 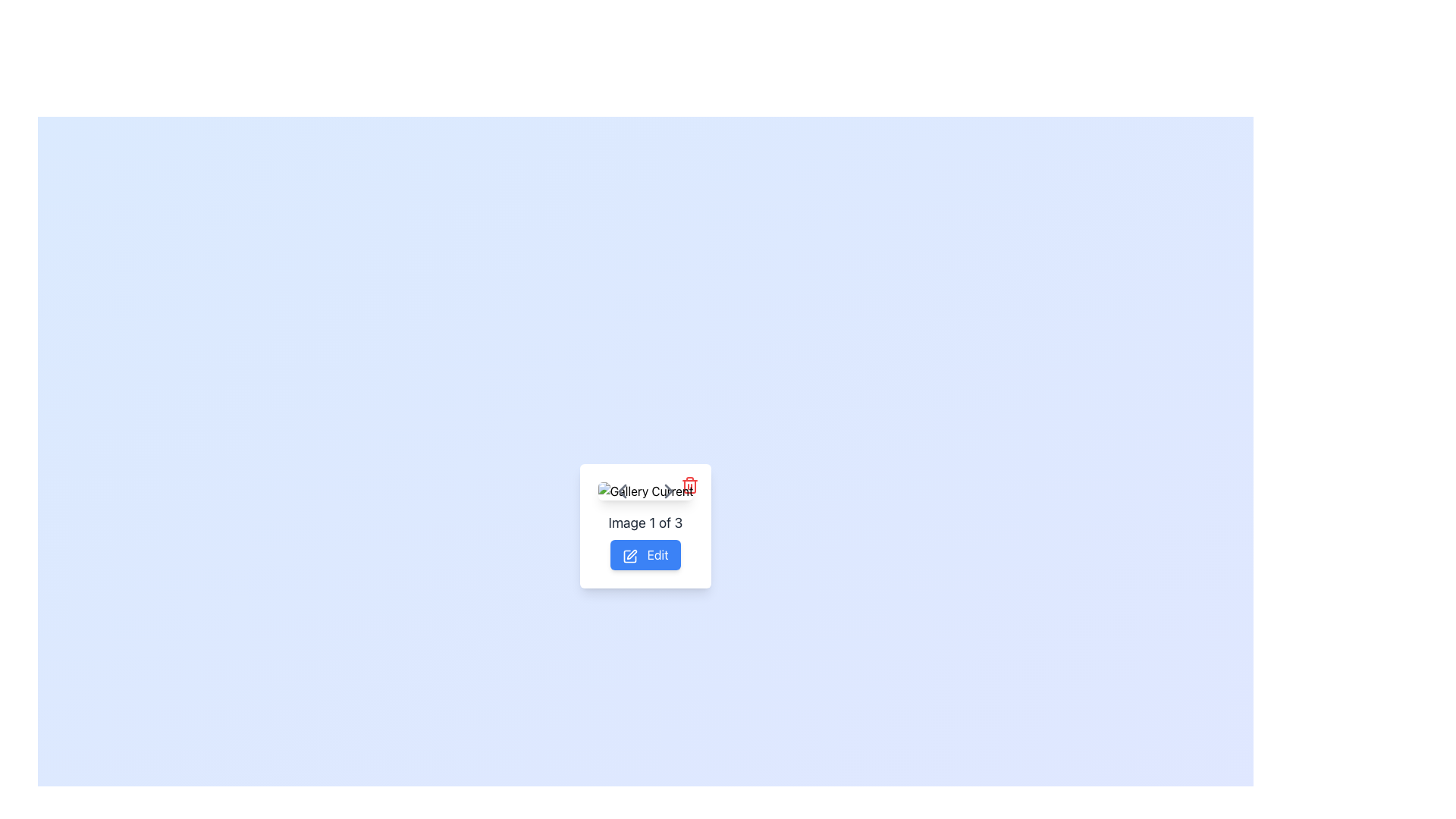 I want to click on the leftward arrow icon located within a circular button in the upper section of the modal interface for image navigation and editing options, so click(x=622, y=491).